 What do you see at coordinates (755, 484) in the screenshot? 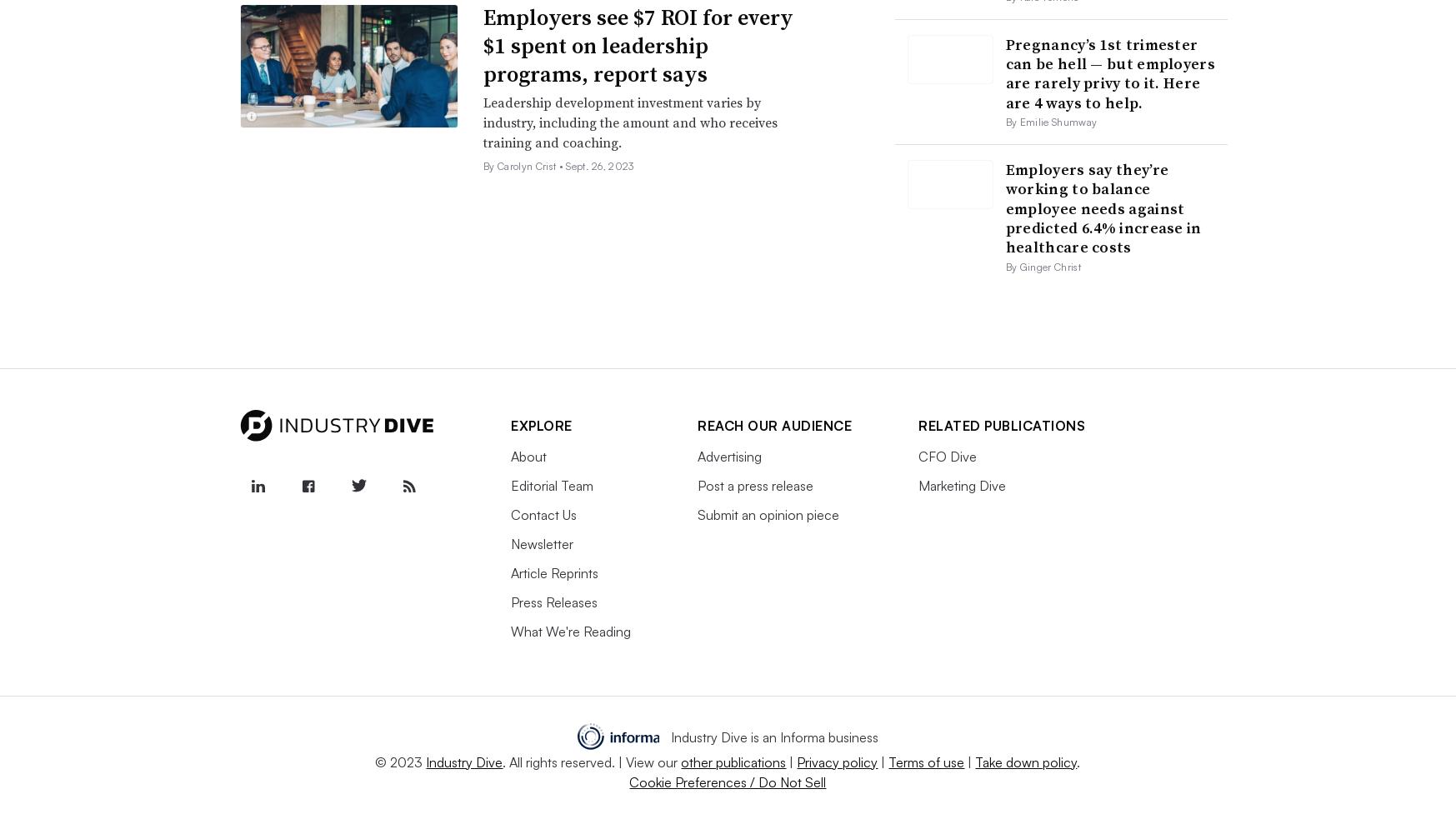
I see `'Post a press release'` at bounding box center [755, 484].